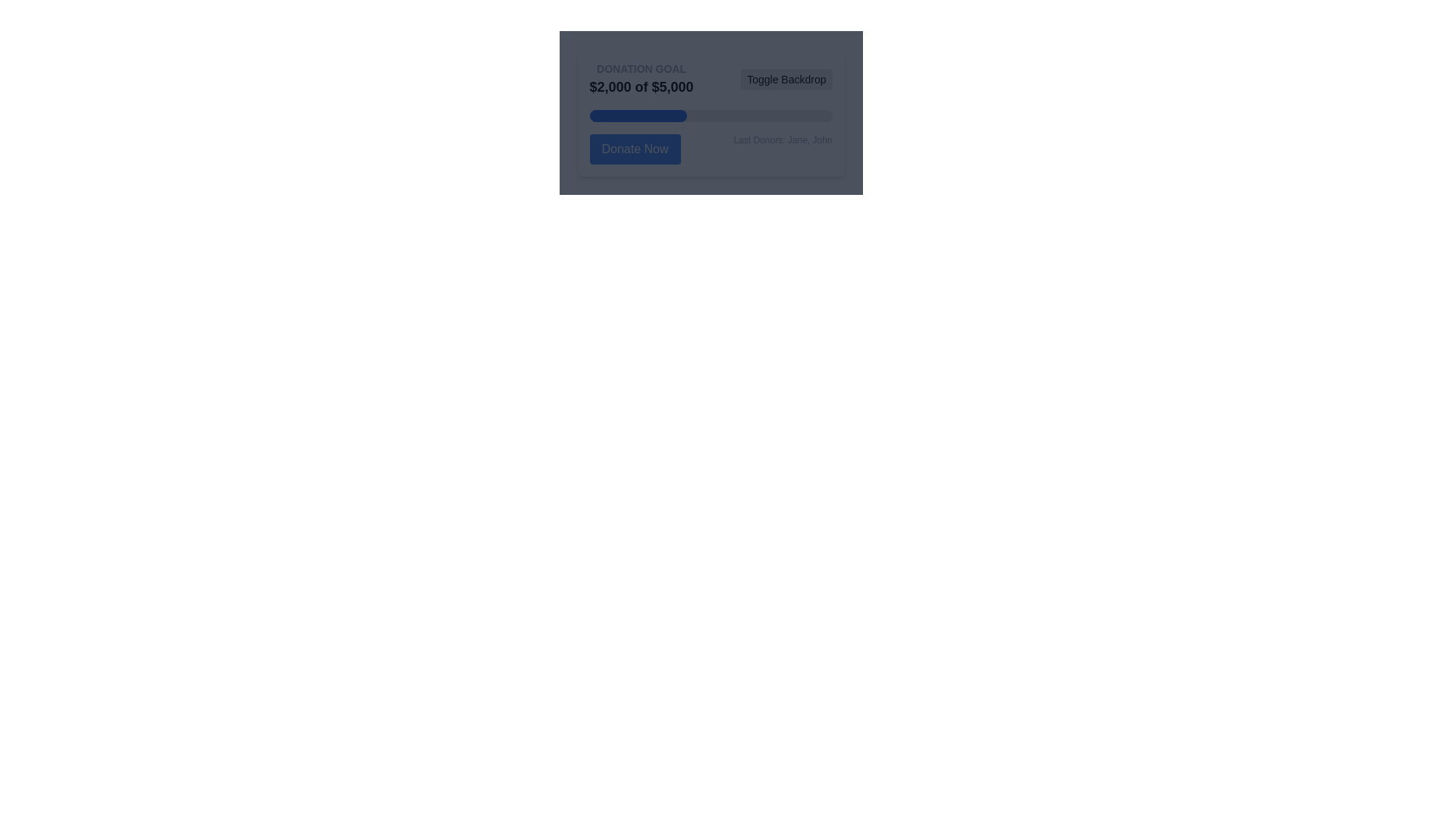  I want to click on the text label that indicates the current progress toward the donation goal, positioned directly below the 'Donation Goal' title, so click(642, 87).